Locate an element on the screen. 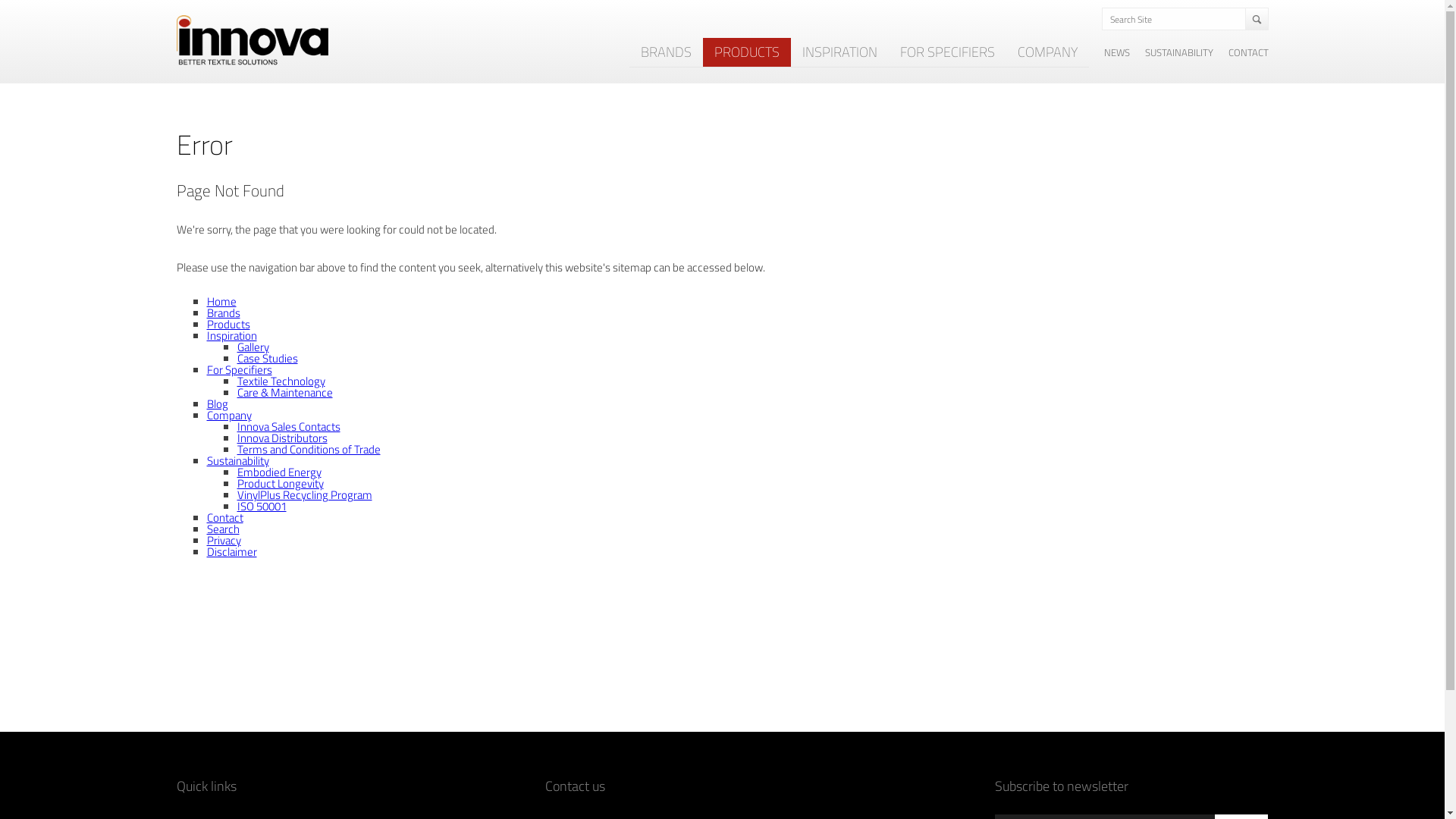  'CONTACT' is located at coordinates (1248, 52).